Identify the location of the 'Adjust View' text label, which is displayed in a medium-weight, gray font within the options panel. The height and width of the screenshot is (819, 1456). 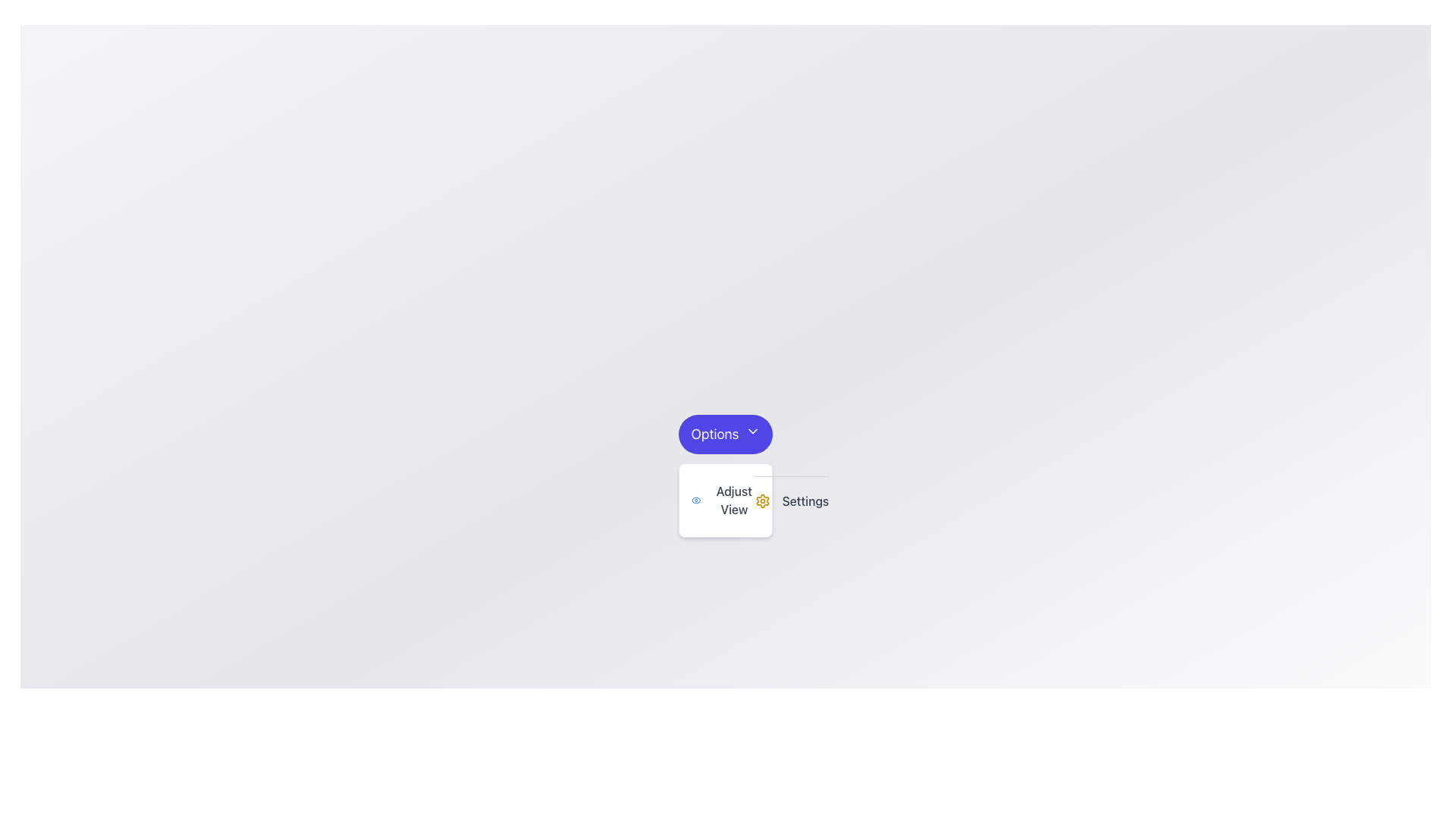
(734, 500).